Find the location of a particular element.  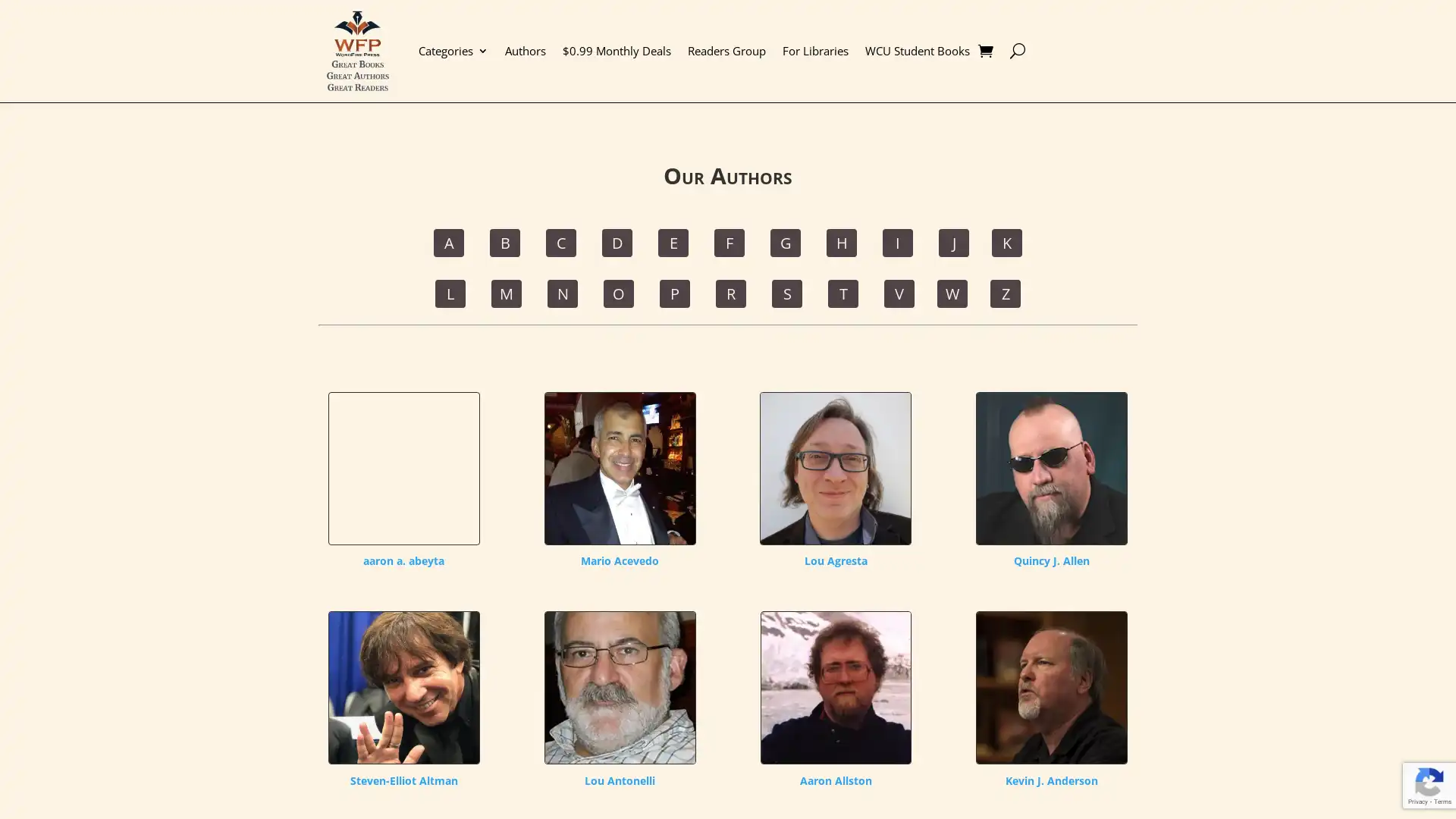

P is located at coordinates (673, 293).